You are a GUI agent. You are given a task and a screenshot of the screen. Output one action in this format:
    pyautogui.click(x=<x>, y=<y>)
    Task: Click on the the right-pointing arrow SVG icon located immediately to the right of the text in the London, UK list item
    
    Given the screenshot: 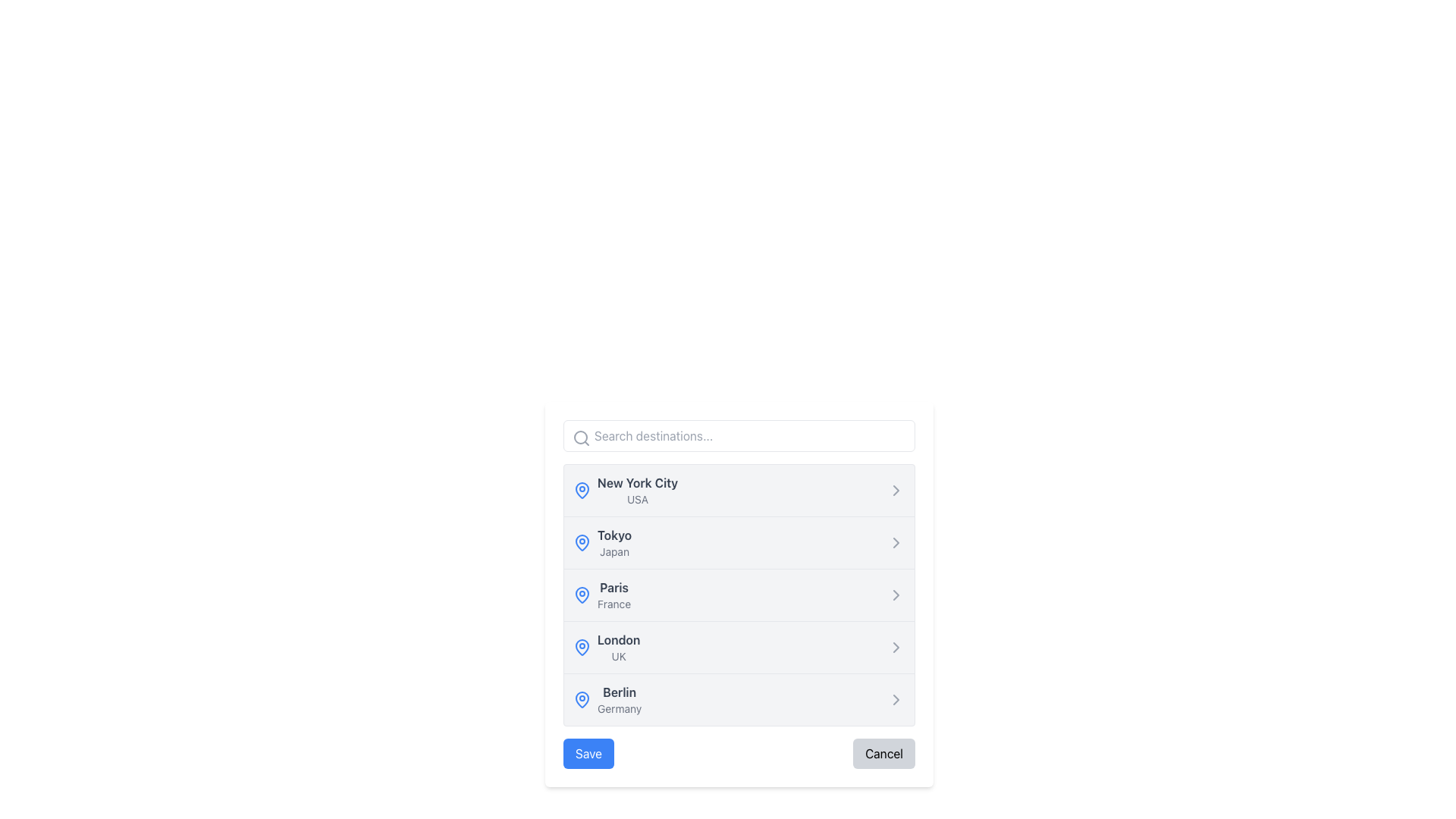 What is the action you would take?
    pyautogui.click(x=896, y=647)
    